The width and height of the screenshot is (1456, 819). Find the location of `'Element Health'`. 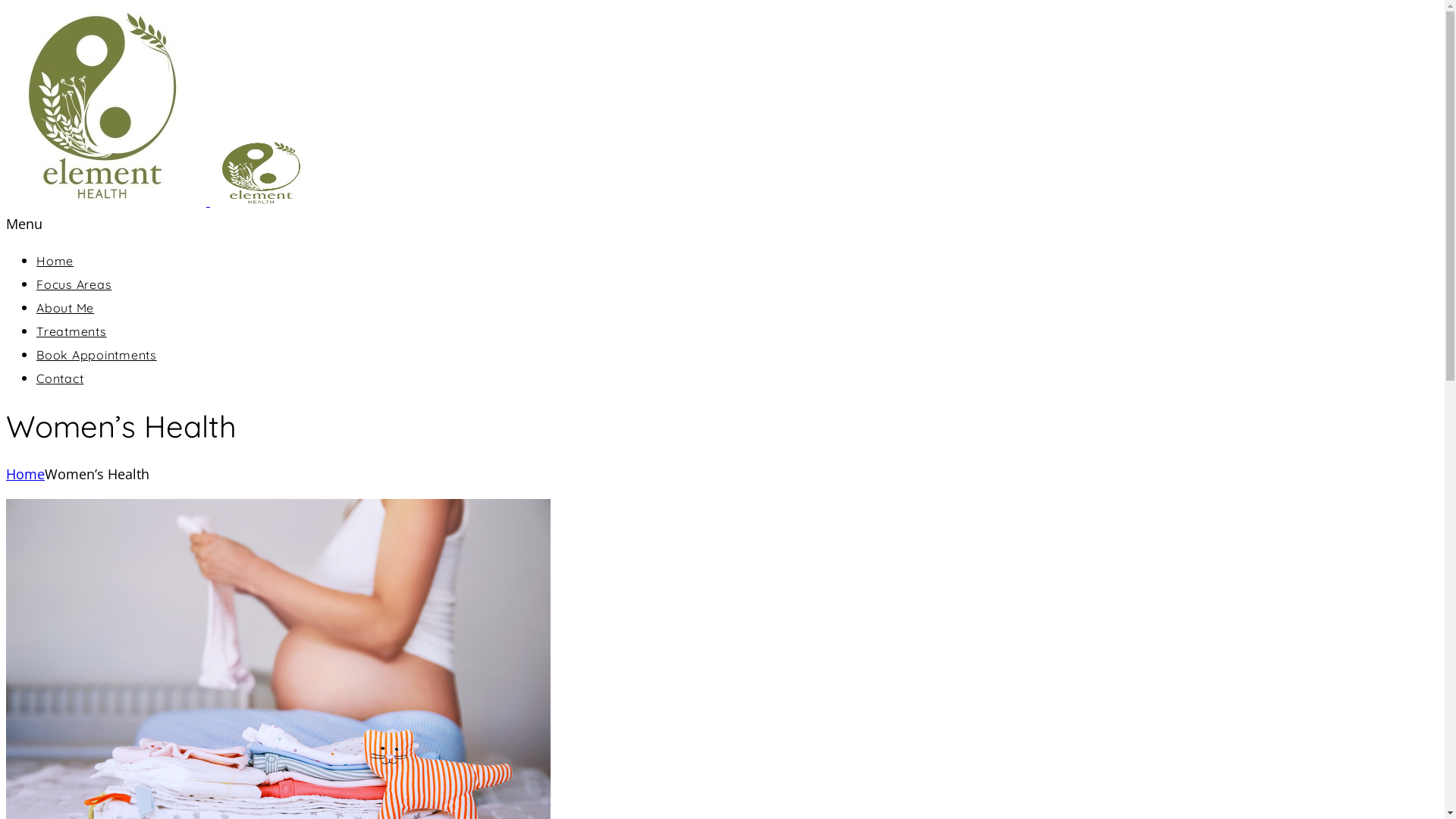

'Element Health' is located at coordinates (262, 171).